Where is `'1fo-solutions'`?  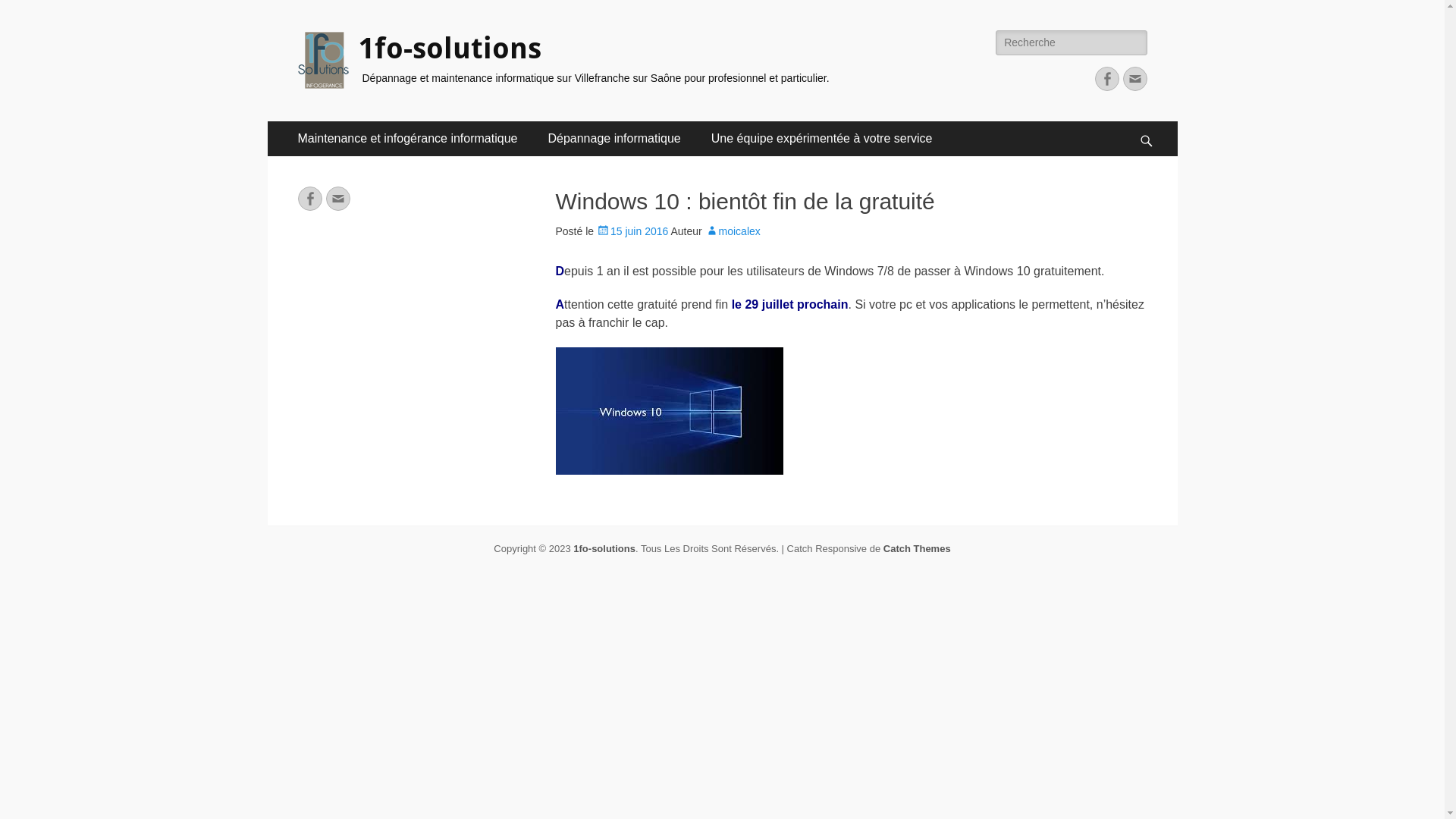
'1fo-solutions' is located at coordinates (448, 48).